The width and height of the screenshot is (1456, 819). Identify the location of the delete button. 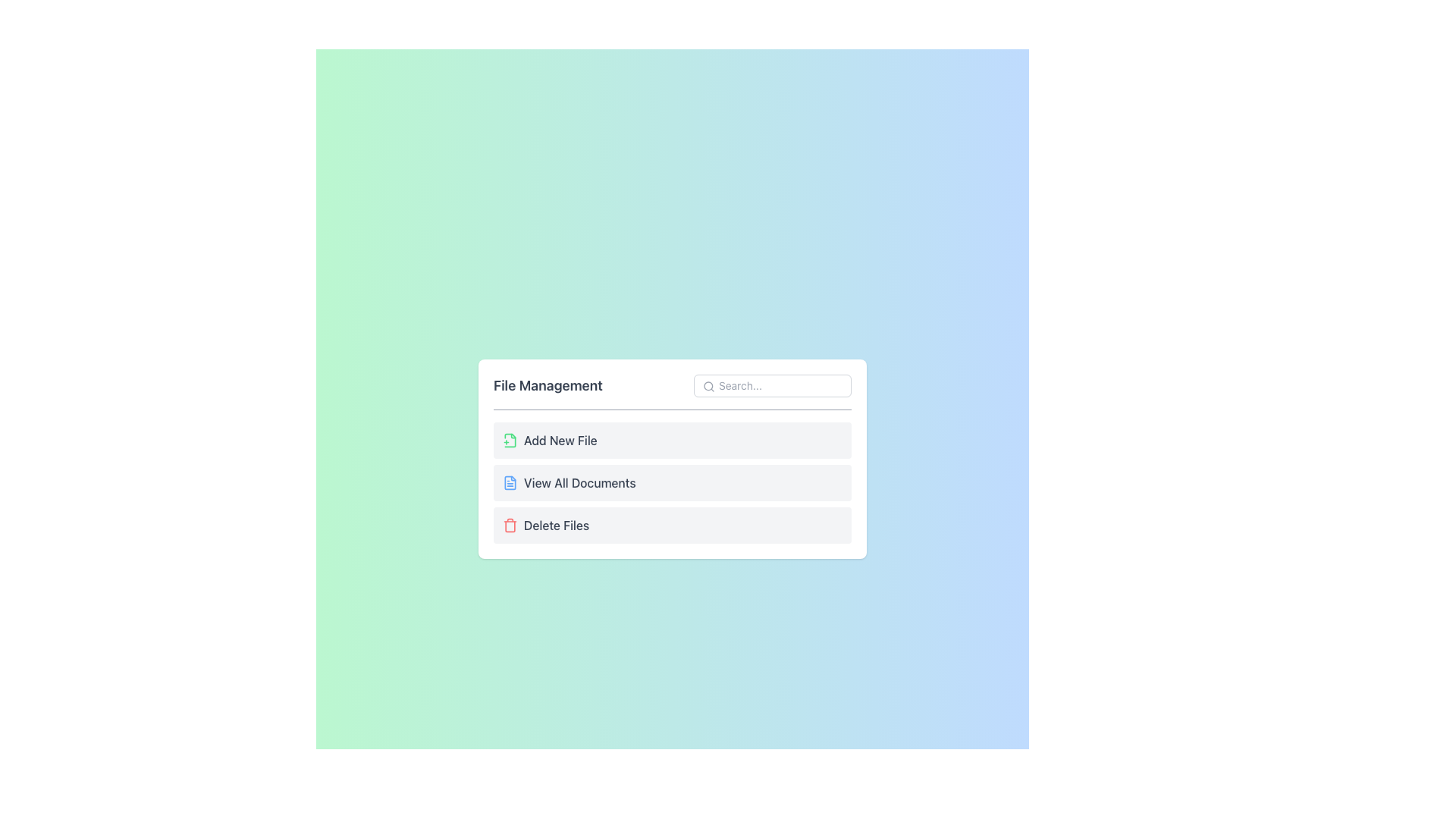
(672, 524).